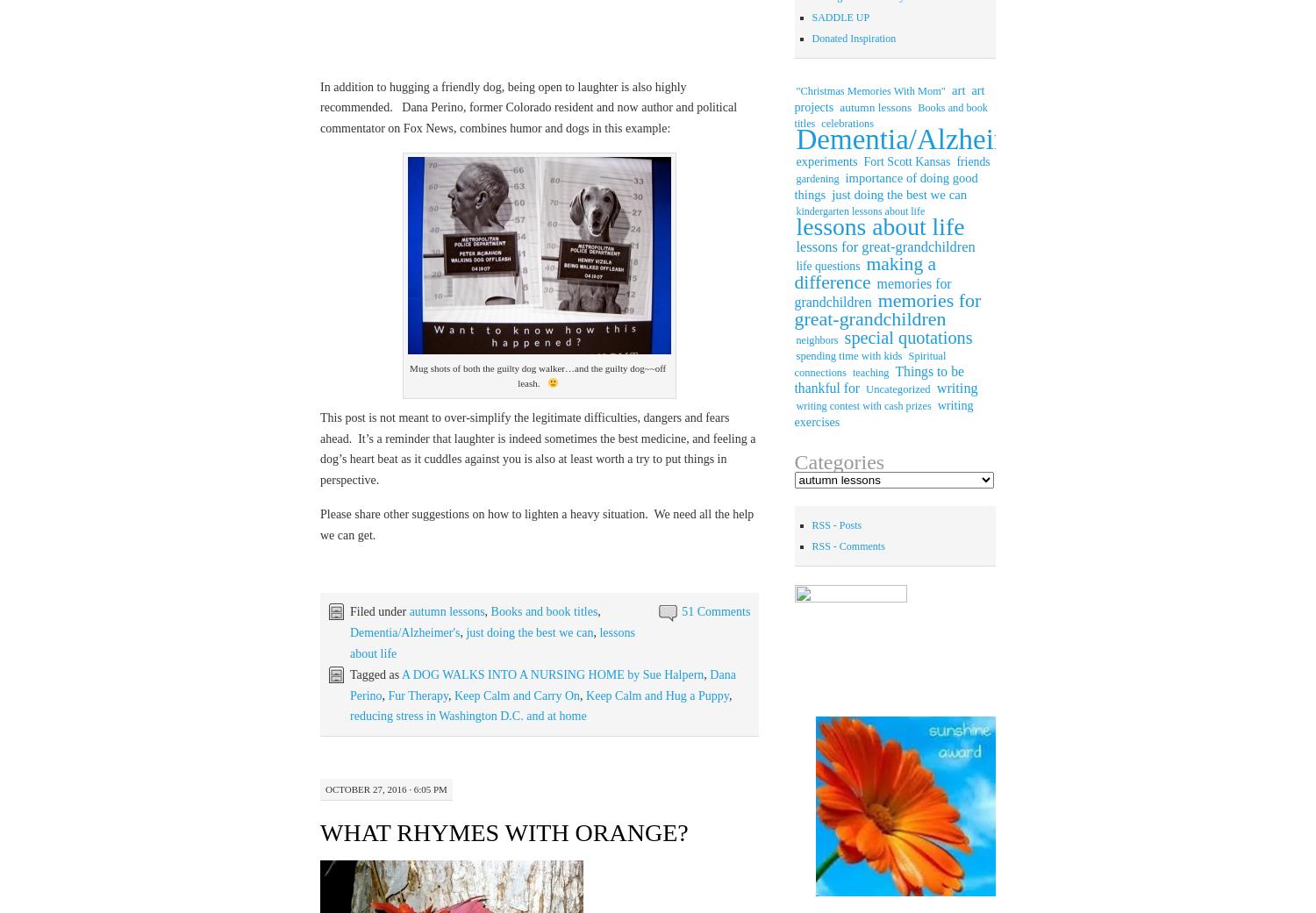 This screenshot has height=913, width=1316. What do you see at coordinates (847, 123) in the screenshot?
I see `'celebrations'` at bounding box center [847, 123].